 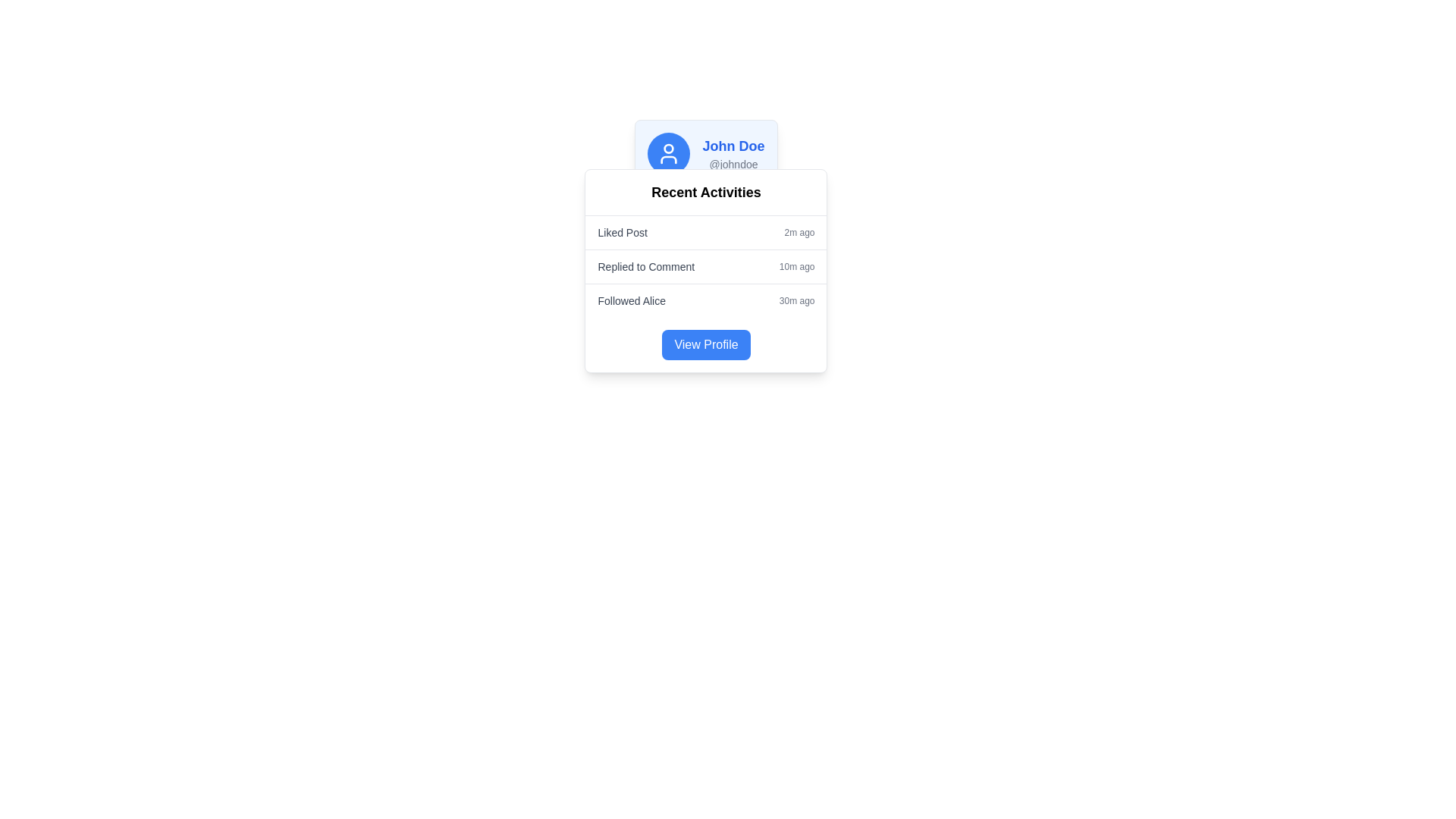 I want to click on the user avatar icon, which is a static visual representation situated inside a circular blue background, located above the text 'John Doe' in the profile header, so click(x=668, y=154).